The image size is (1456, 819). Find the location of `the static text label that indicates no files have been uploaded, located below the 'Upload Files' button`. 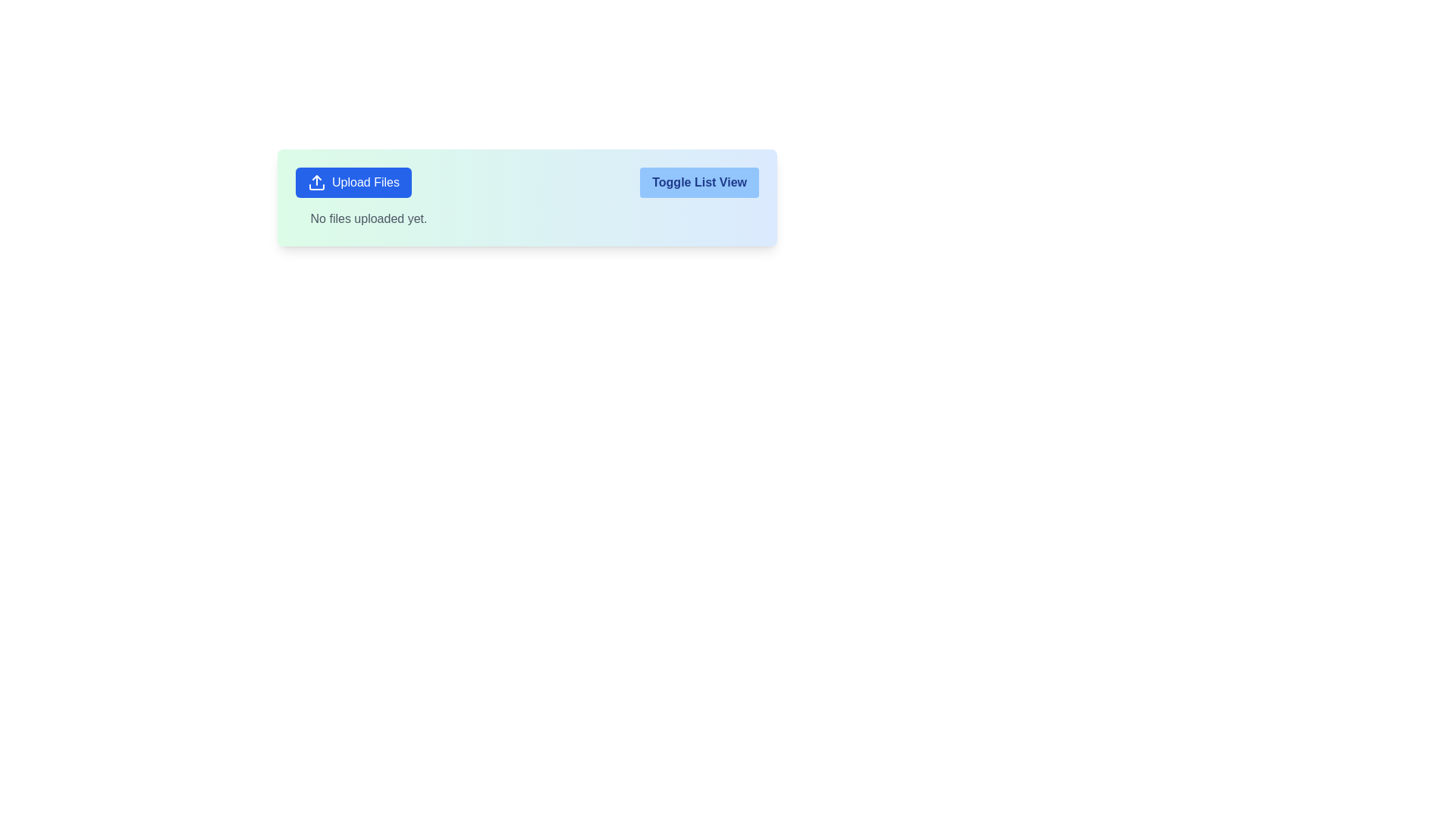

the static text label that indicates no files have been uploaded, located below the 'Upload Files' button is located at coordinates (369, 219).